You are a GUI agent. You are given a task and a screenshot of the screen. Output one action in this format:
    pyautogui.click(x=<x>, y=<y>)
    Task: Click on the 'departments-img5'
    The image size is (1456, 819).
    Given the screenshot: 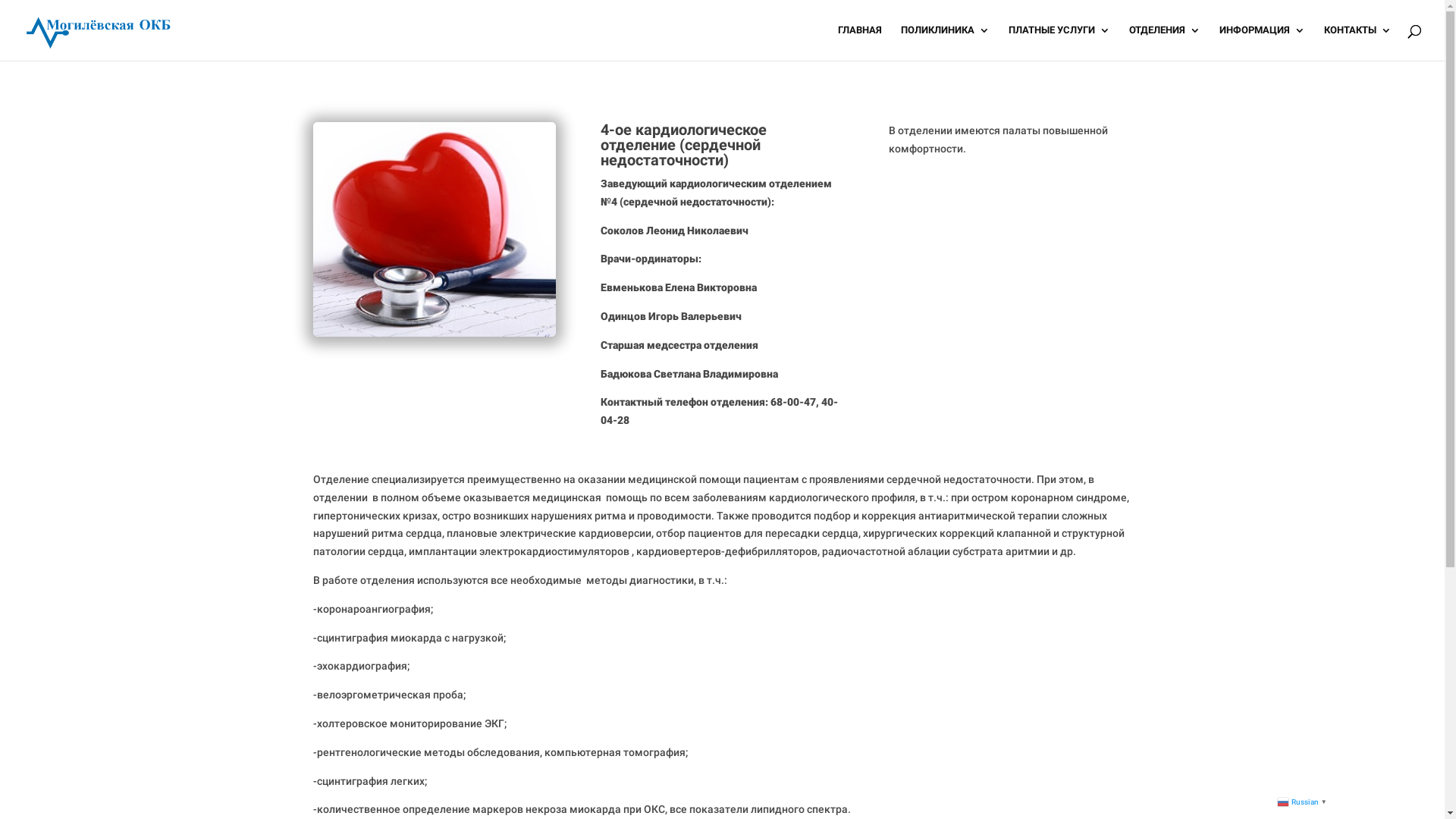 What is the action you would take?
    pyautogui.click(x=432, y=229)
    